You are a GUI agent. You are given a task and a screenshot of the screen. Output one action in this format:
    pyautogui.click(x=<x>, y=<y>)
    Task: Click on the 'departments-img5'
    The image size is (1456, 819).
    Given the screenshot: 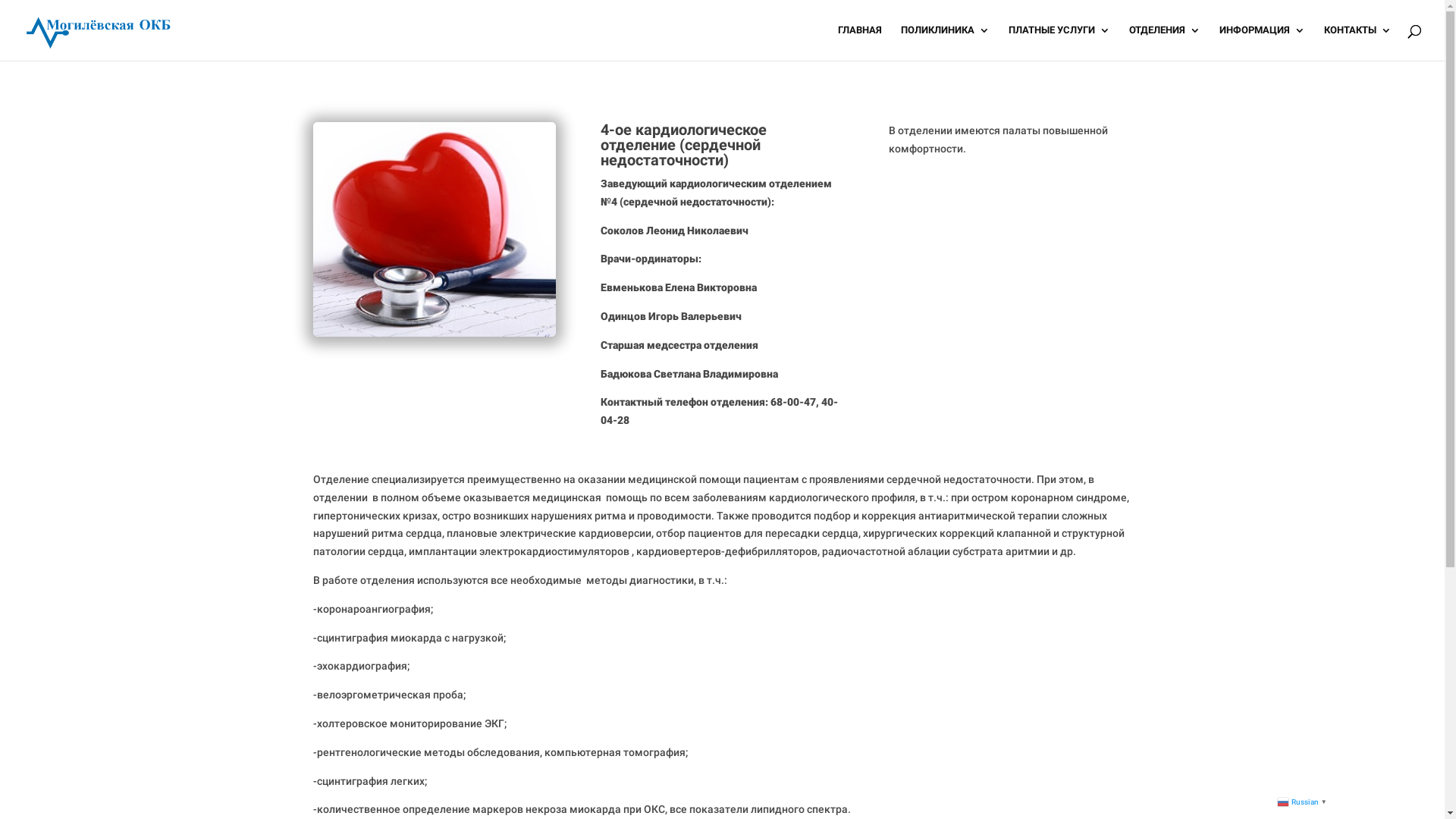 What is the action you would take?
    pyautogui.click(x=432, y=229)
    